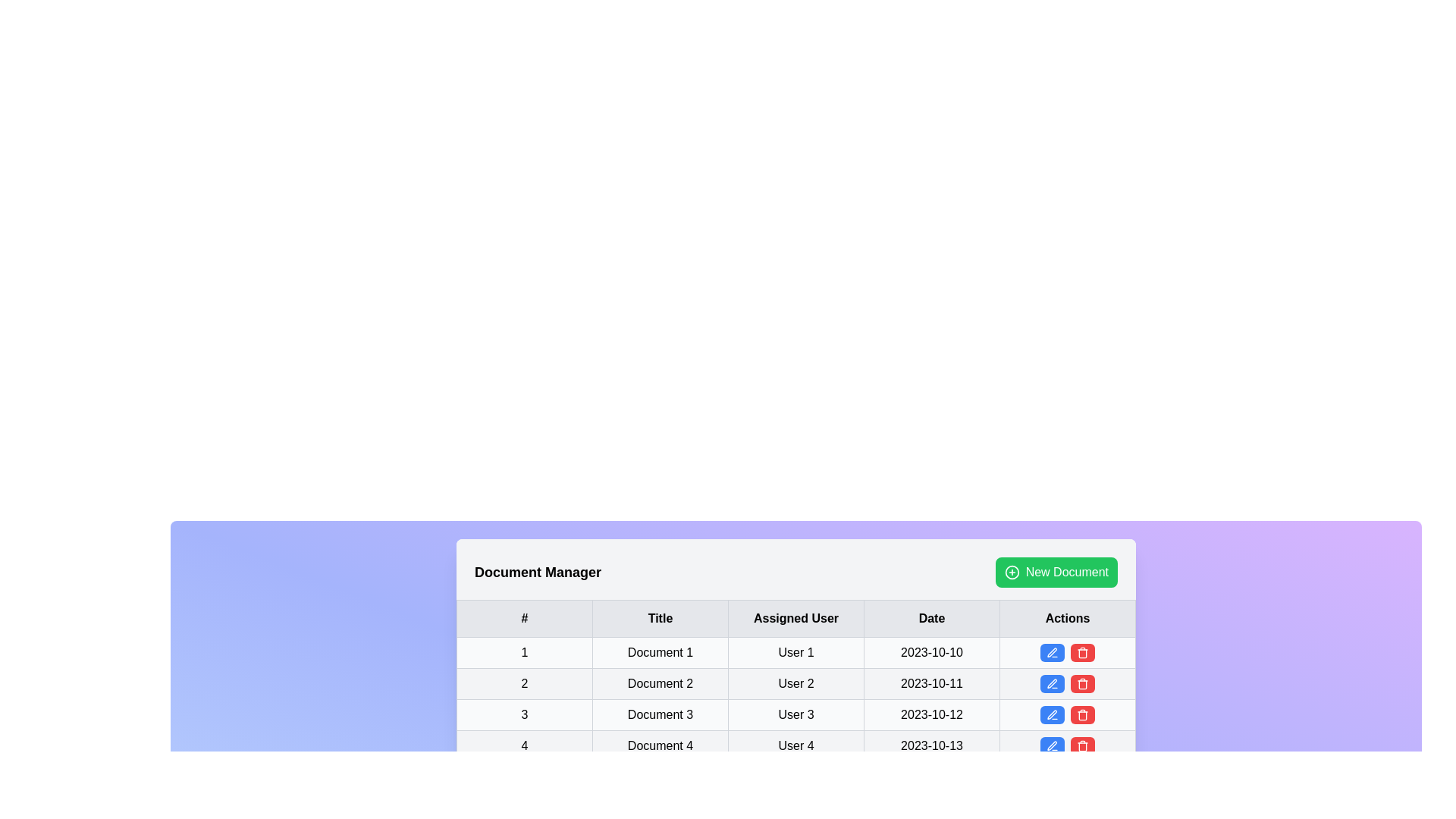 This screenshot has height=819, width=1456. What do you see at coordinates (1051, 714) in the screenshot?
I see `the blue button with a pen icon in the 'Actions' column for 'Document 3' to initiate the editing action` at bounding box center [1051, 714].